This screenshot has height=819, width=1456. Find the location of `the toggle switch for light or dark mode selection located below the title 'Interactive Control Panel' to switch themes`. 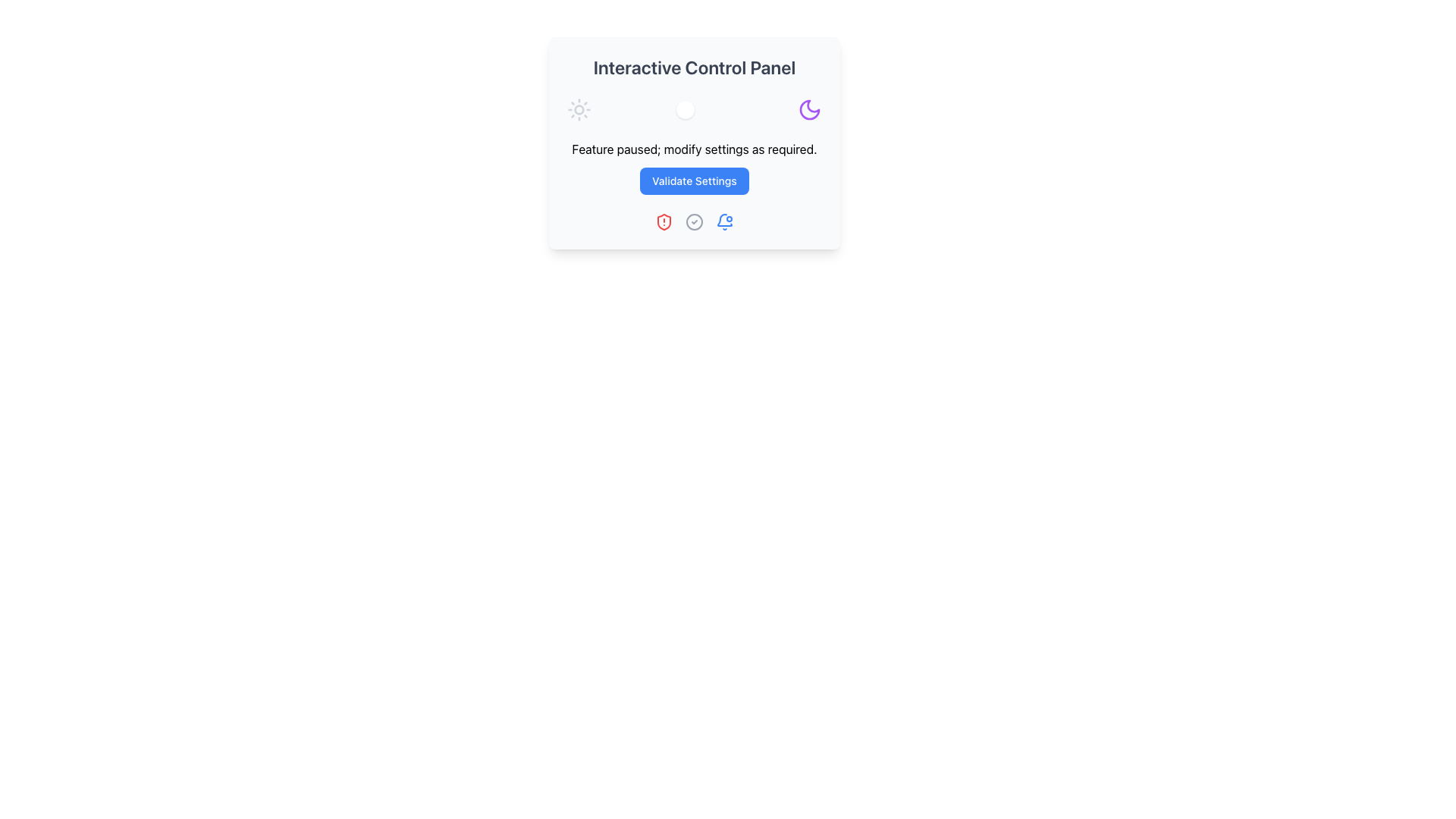

the toggle switch for light or dark mode selection located below the title 'Interactive Control Panel' to switch themes is located at coordinates (694, 109).